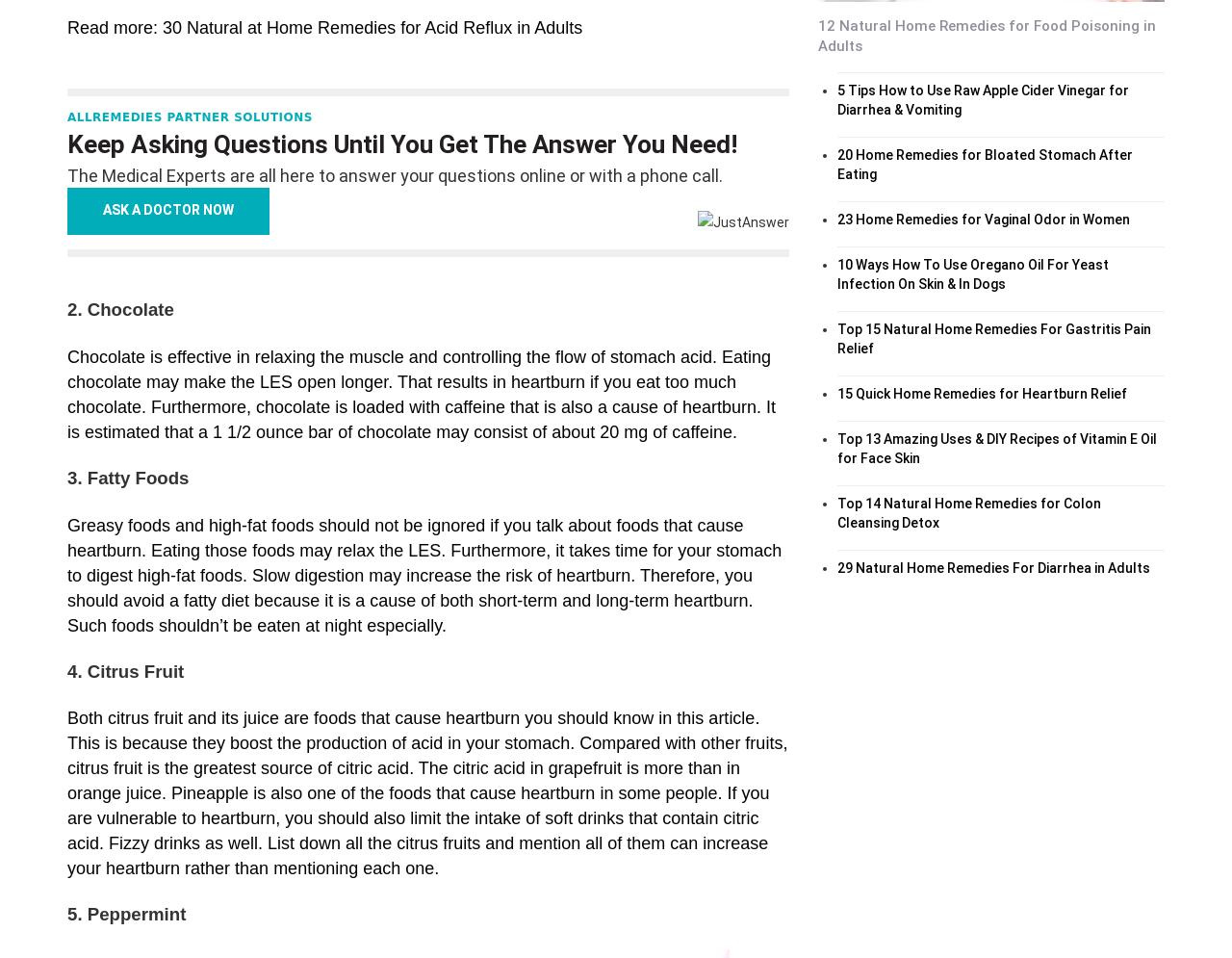 This screenshot has width=1232, height=958. Describe the element at coordinates (968, 511) in the screenshot. I see `'Top 14 Natural Home Remedies for Colon Cleansing Detox'` at that location.